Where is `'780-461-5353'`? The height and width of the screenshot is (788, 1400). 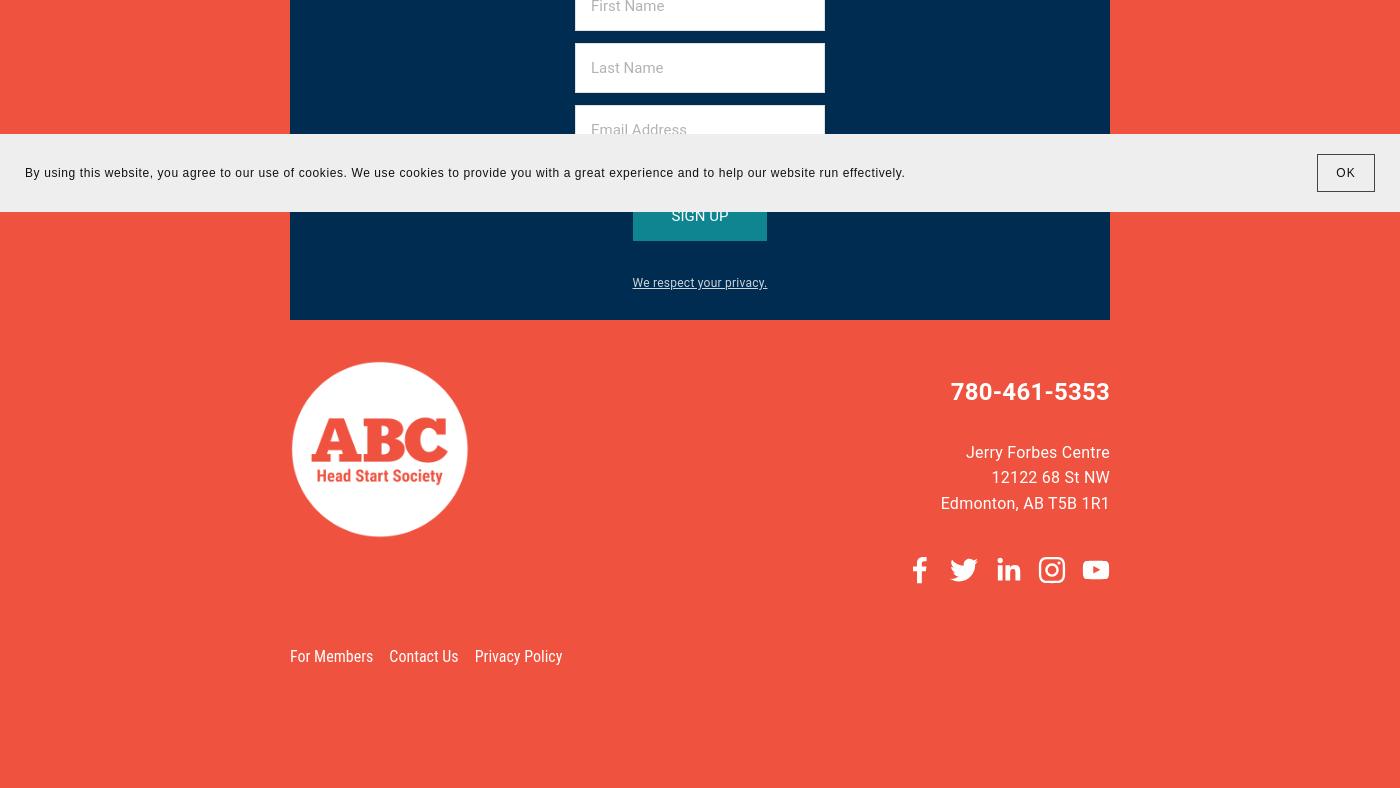
'780-461-5353' is located at coordinates (950, 391).